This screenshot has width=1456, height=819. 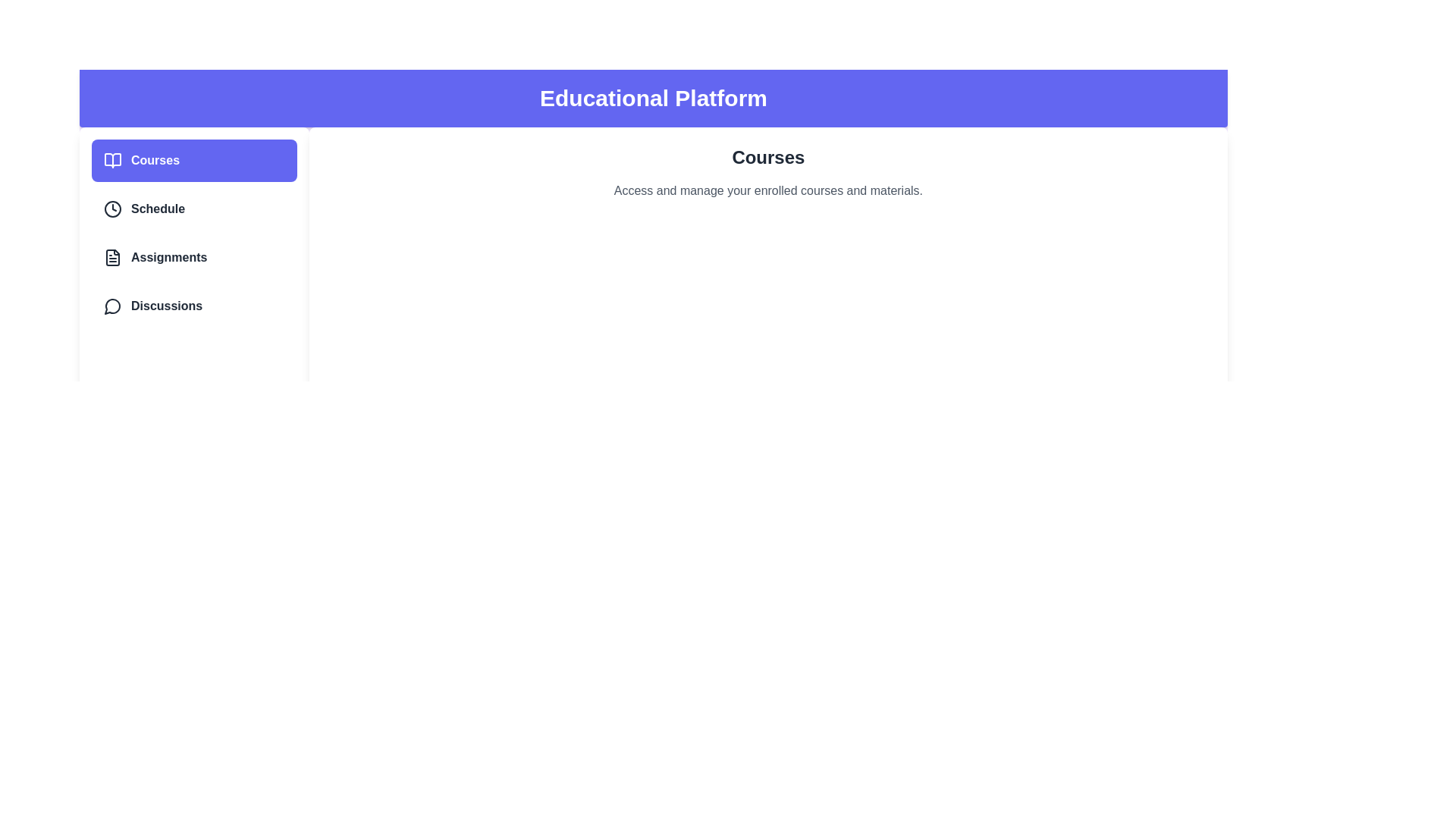 What do you see at coordinates (193, 161) in the screenshot?
I see `the tab labeled Courses in the sidebar` at bounding box center [193, 161].